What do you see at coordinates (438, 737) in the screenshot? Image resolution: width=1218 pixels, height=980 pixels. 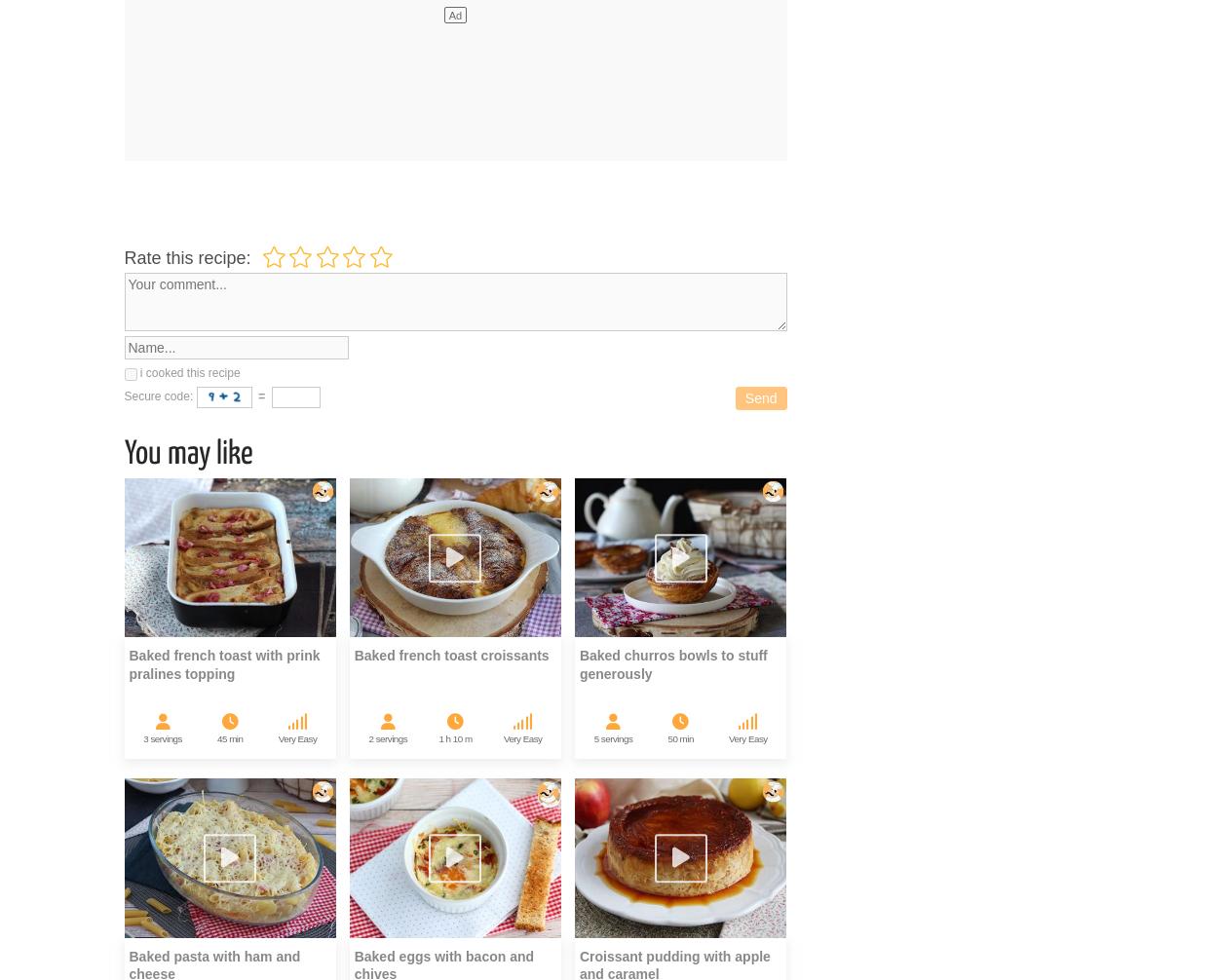 I see `'1 h 10 m'` at bounding box center [438, 737].